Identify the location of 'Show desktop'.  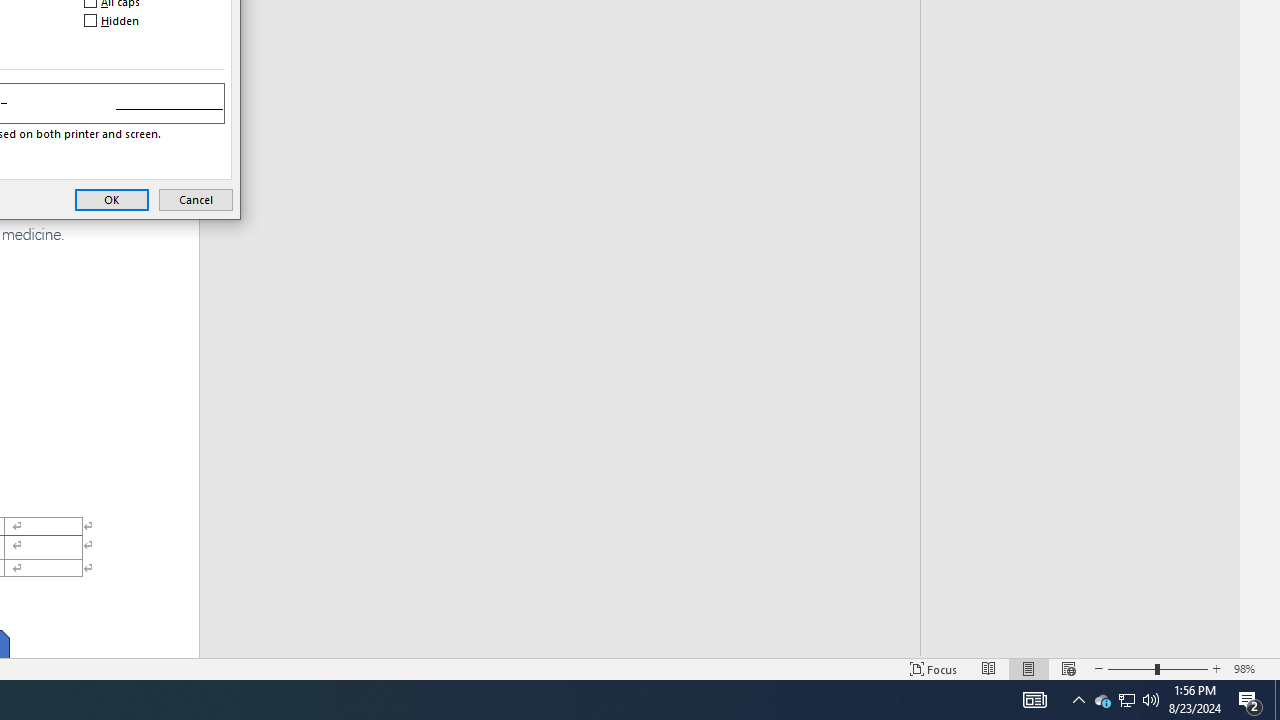
(1276, 698).